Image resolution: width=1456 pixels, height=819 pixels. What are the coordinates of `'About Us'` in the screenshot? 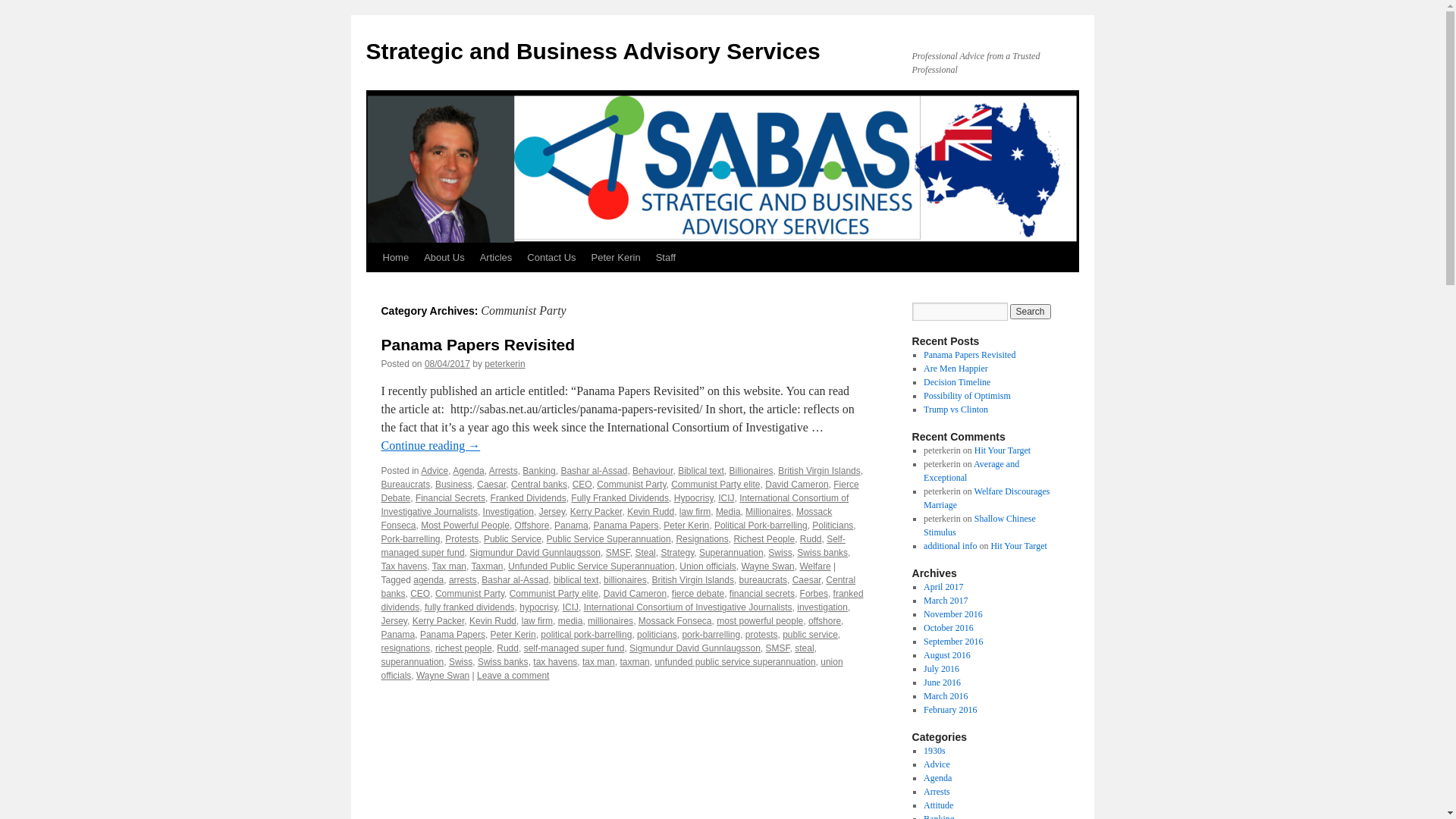 It's located at (416, 256).